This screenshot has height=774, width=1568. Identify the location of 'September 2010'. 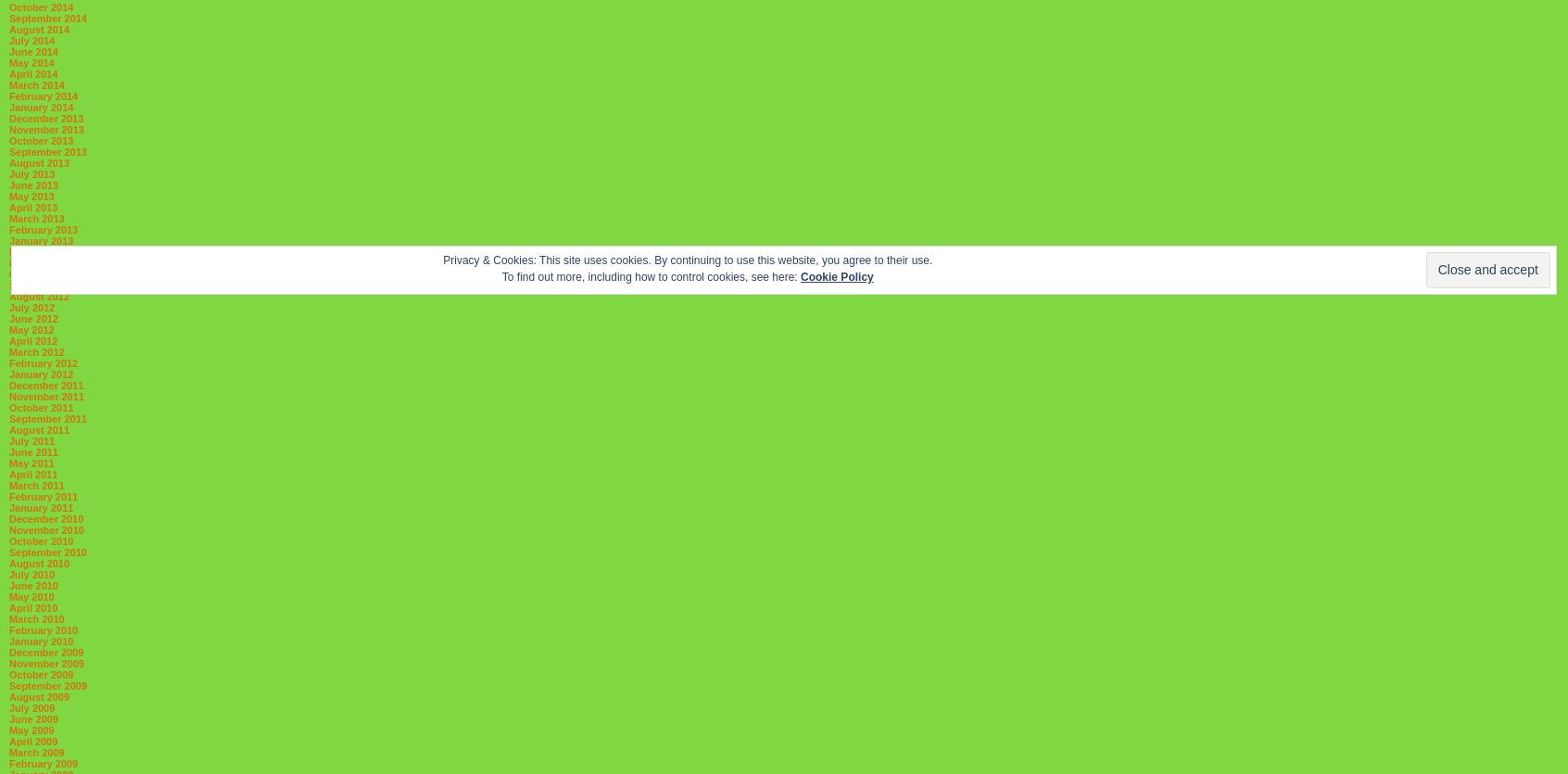
(46, 552).